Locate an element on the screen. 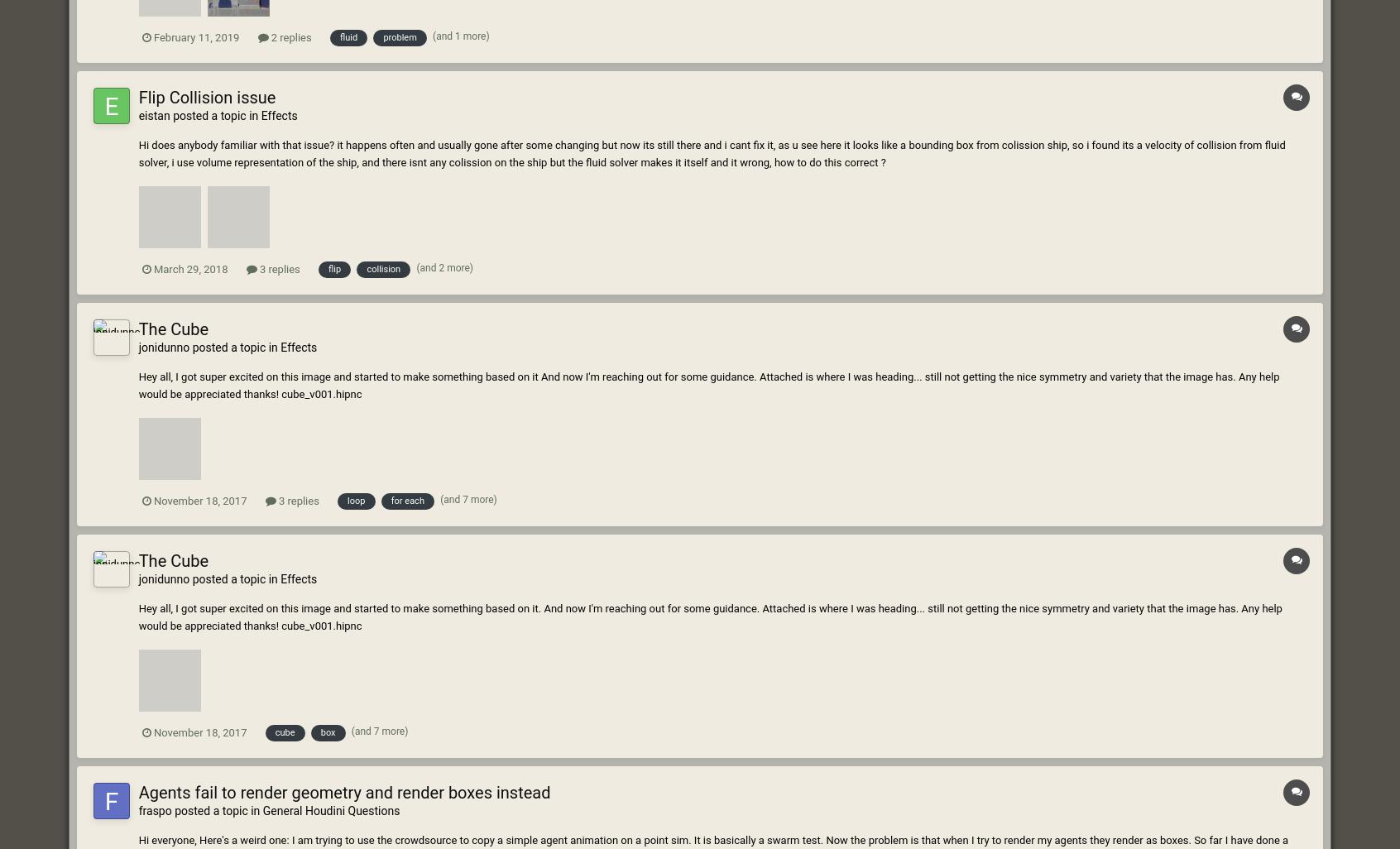 The image size is (1400, 849). '2 replies' is located at coordinates (289, 36).